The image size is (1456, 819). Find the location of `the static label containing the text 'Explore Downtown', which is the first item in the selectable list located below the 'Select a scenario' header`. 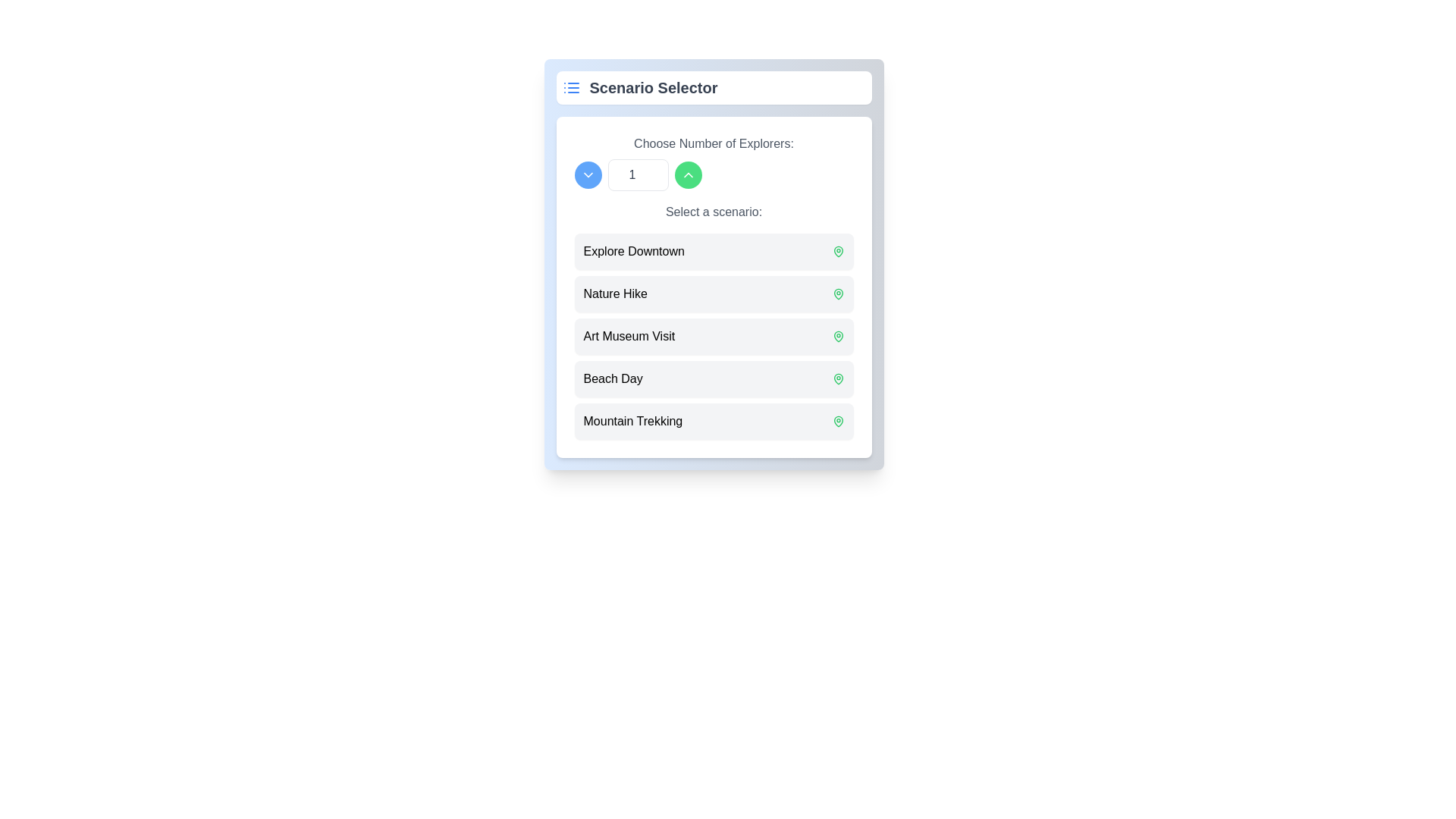

the static label containing the text 'Explore Downtown', which is the first item in the selectable list located below the 'Select a scenario' header is located at coordinates (634, 250).